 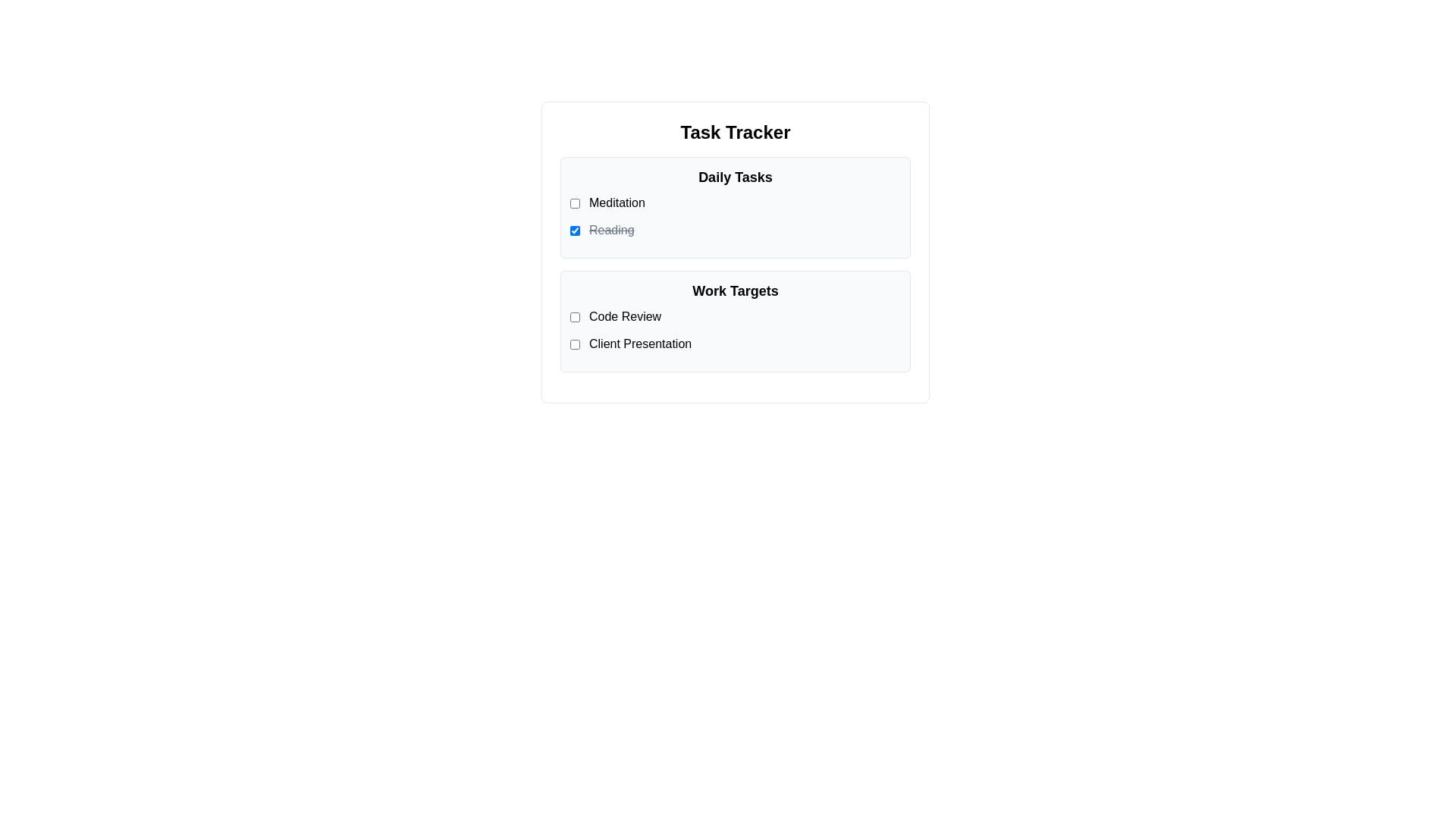 What do you see at coordinates (735, 177) in the screenshot?
I see `the Text Label that identifies the Daily Tasks section, positioned above the list items 'Meditation' and 'Reading'` at bounding box center [735, 177].